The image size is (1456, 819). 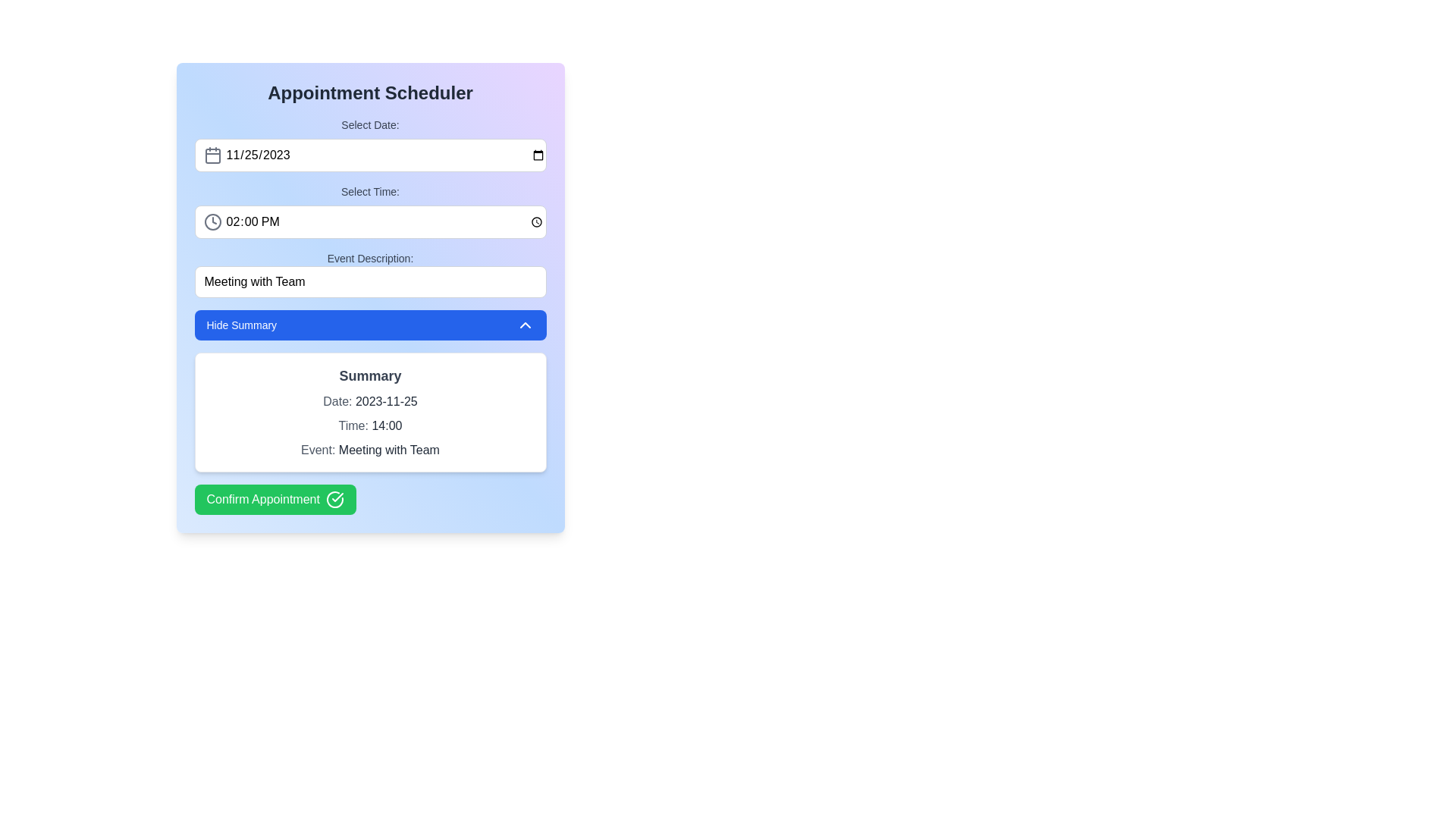 What do you see at coordinates (337, 497) in the screenshot?
I see `the confirmation icon located at the right end of the green 'Confirm Appointment' button, which symbolizes successful completion of an action` at bounding box center [337, 497].